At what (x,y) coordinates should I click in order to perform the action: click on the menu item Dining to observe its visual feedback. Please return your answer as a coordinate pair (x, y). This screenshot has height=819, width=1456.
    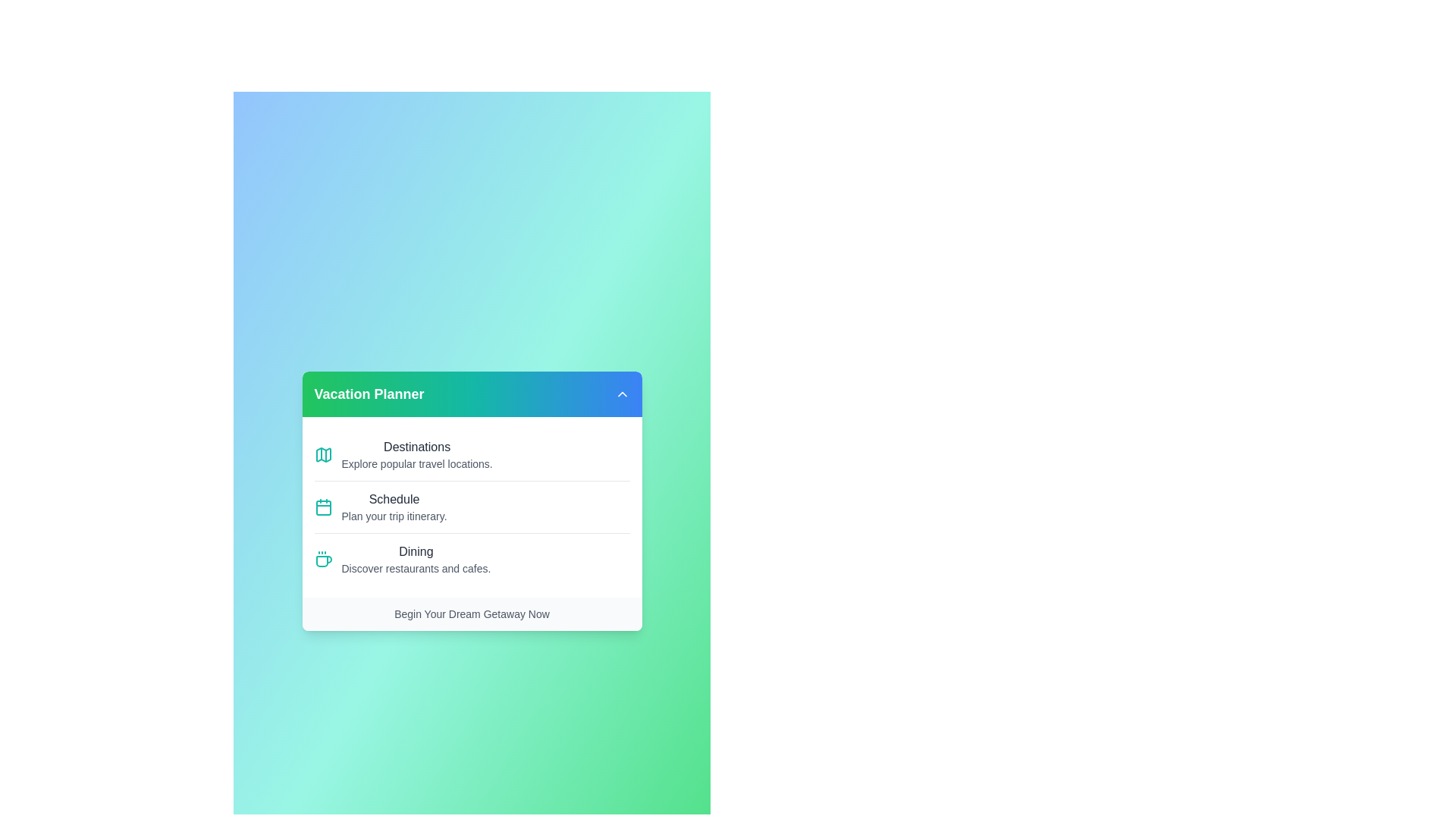
    Looking at the image, I should click on (471, 559).